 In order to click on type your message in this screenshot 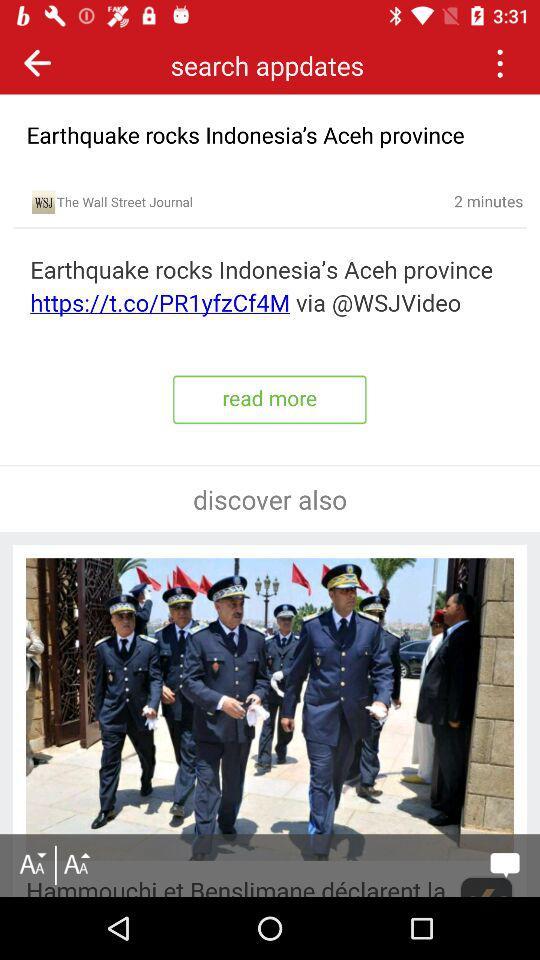, I will do `click(504, 864)`.